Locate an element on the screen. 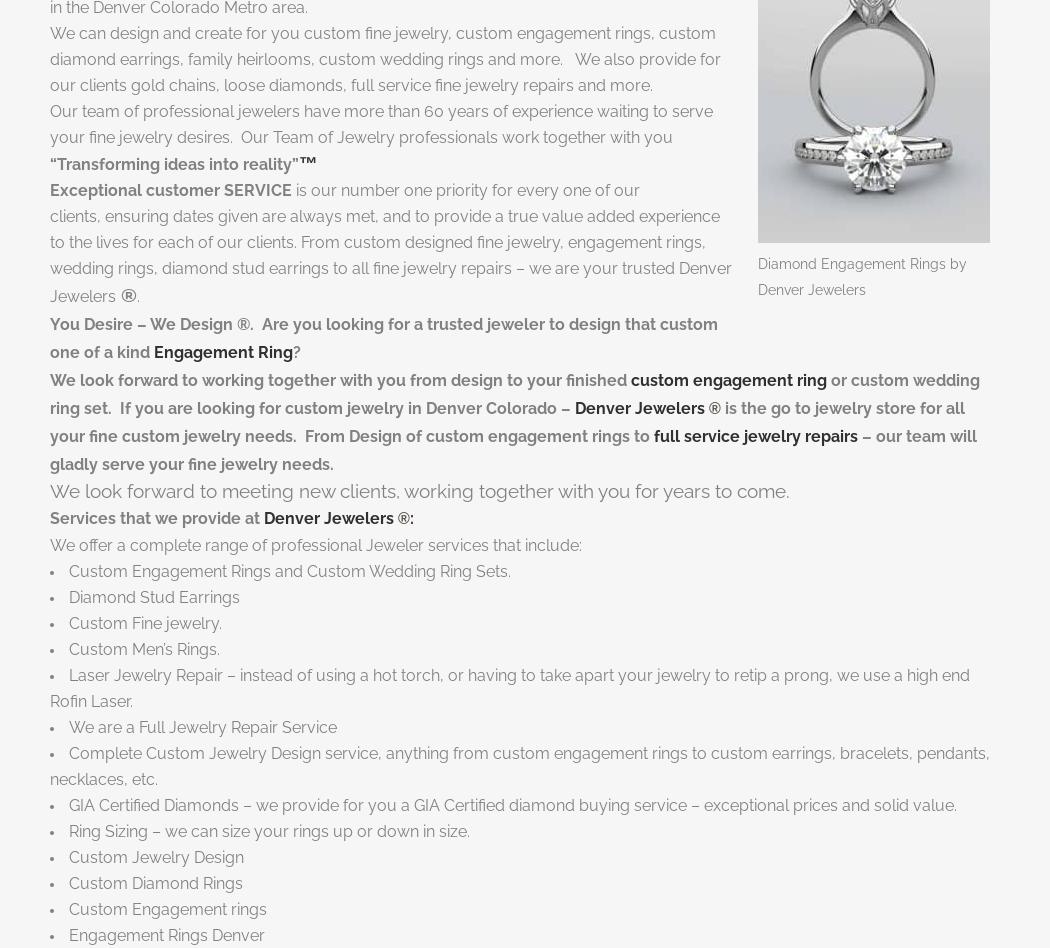 This screenshot has height=948, width=1050. '– our team' is located at coordinates (904, 434).